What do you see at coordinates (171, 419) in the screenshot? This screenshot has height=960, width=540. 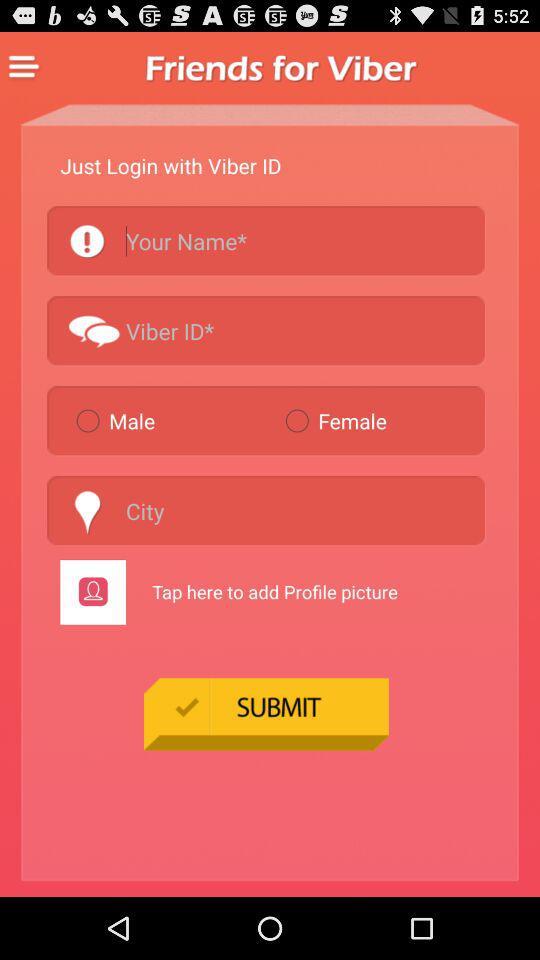 I see `the icon next to the female icon` at bounding box center [171, 419].